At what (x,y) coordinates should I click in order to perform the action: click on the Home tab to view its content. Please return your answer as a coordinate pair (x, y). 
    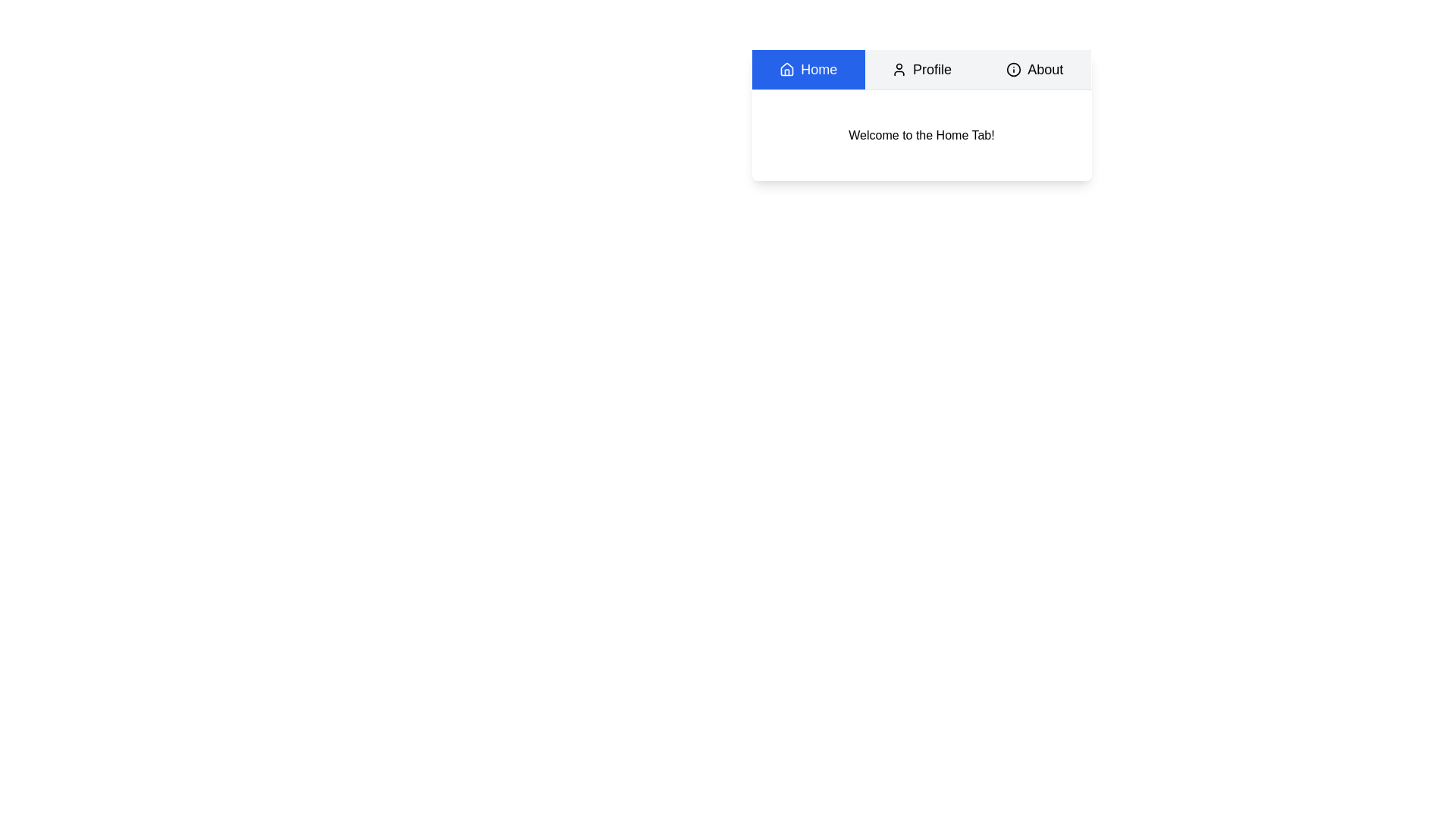
    Looking at the image, I should click on (808, 70).